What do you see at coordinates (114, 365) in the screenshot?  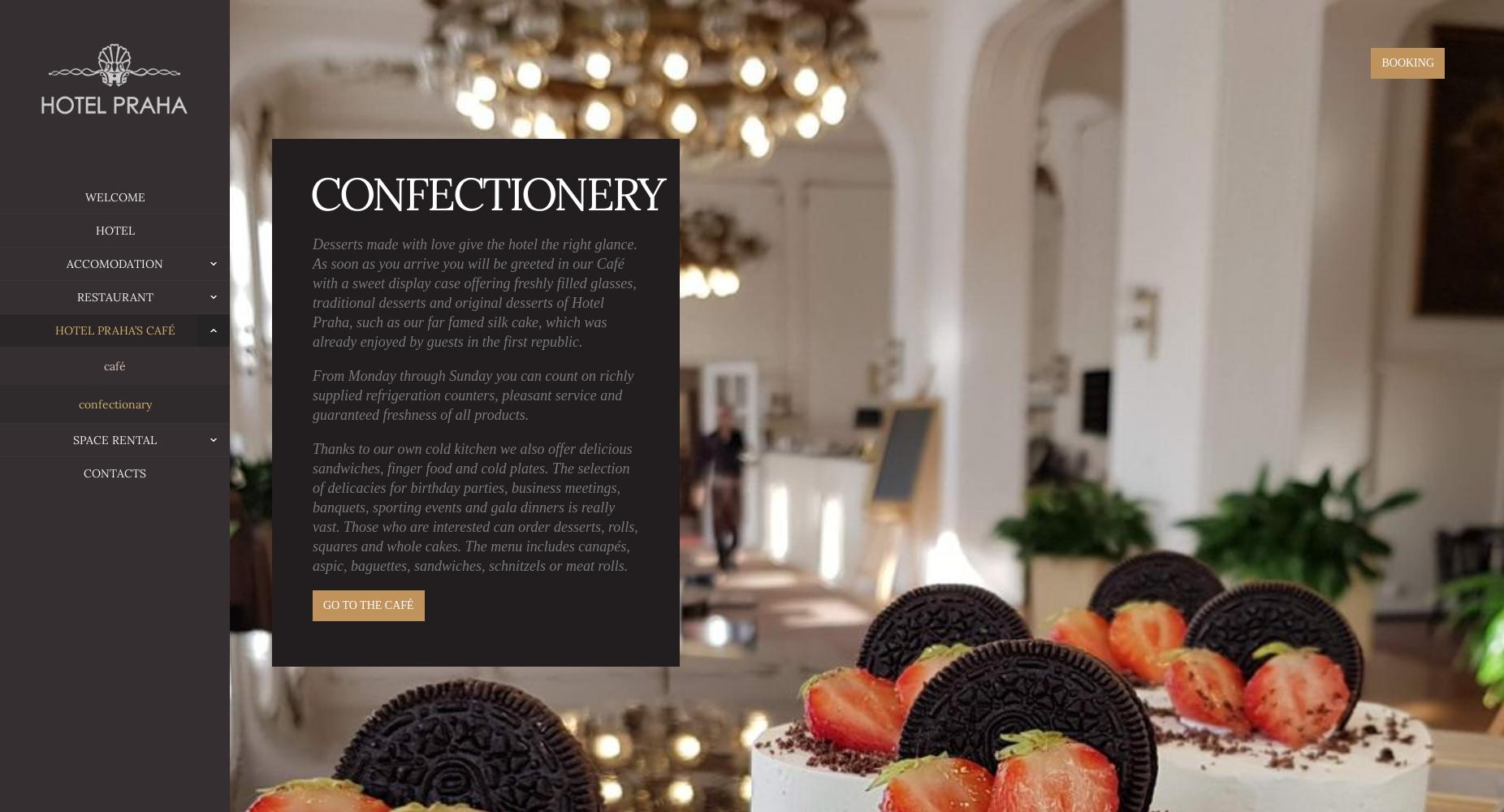 I see `'Café'` at bounding box center [114, 365].